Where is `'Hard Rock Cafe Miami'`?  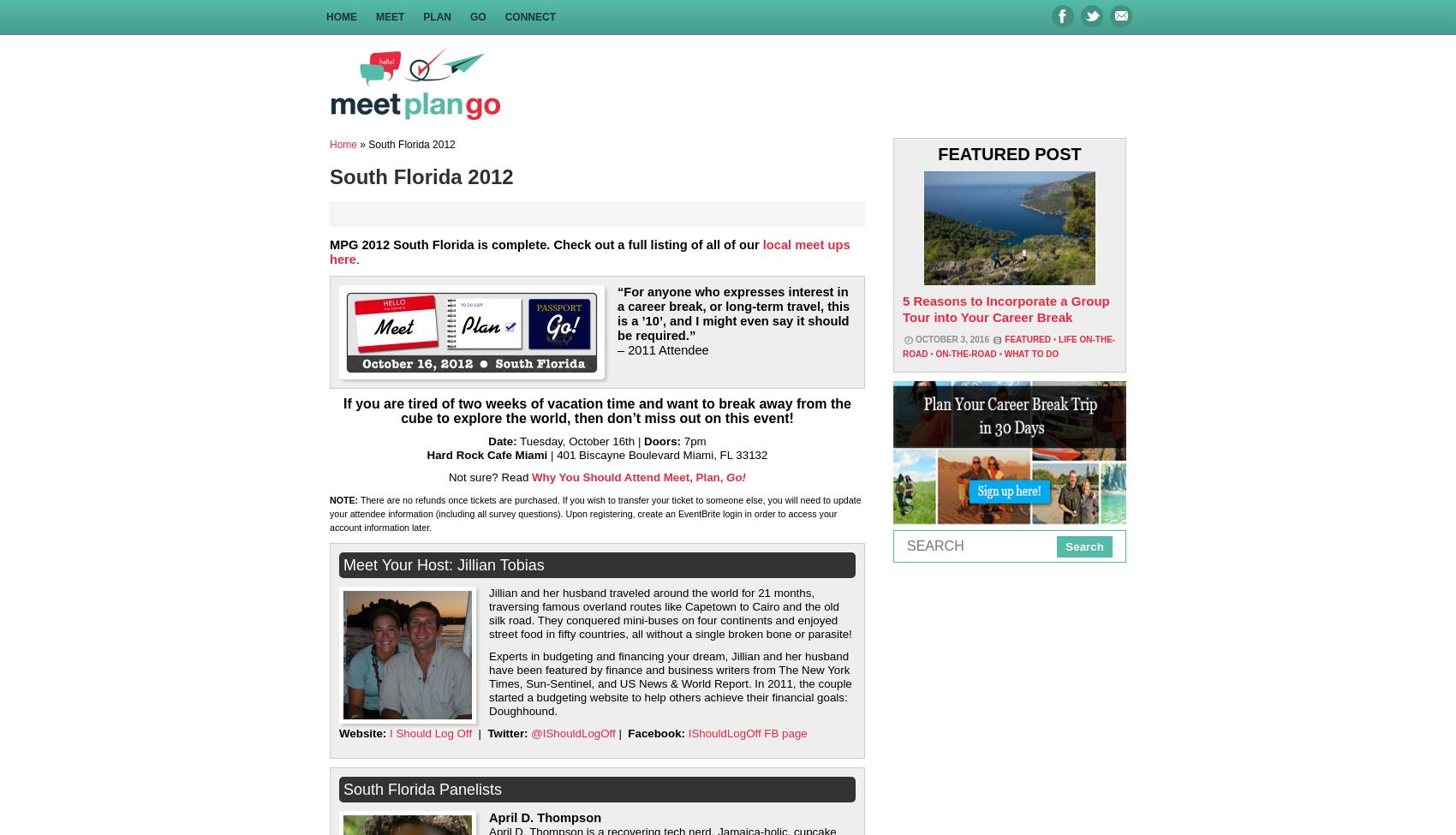 'Hard Rock Cafe Miami' is located at coordinates (426, 454).